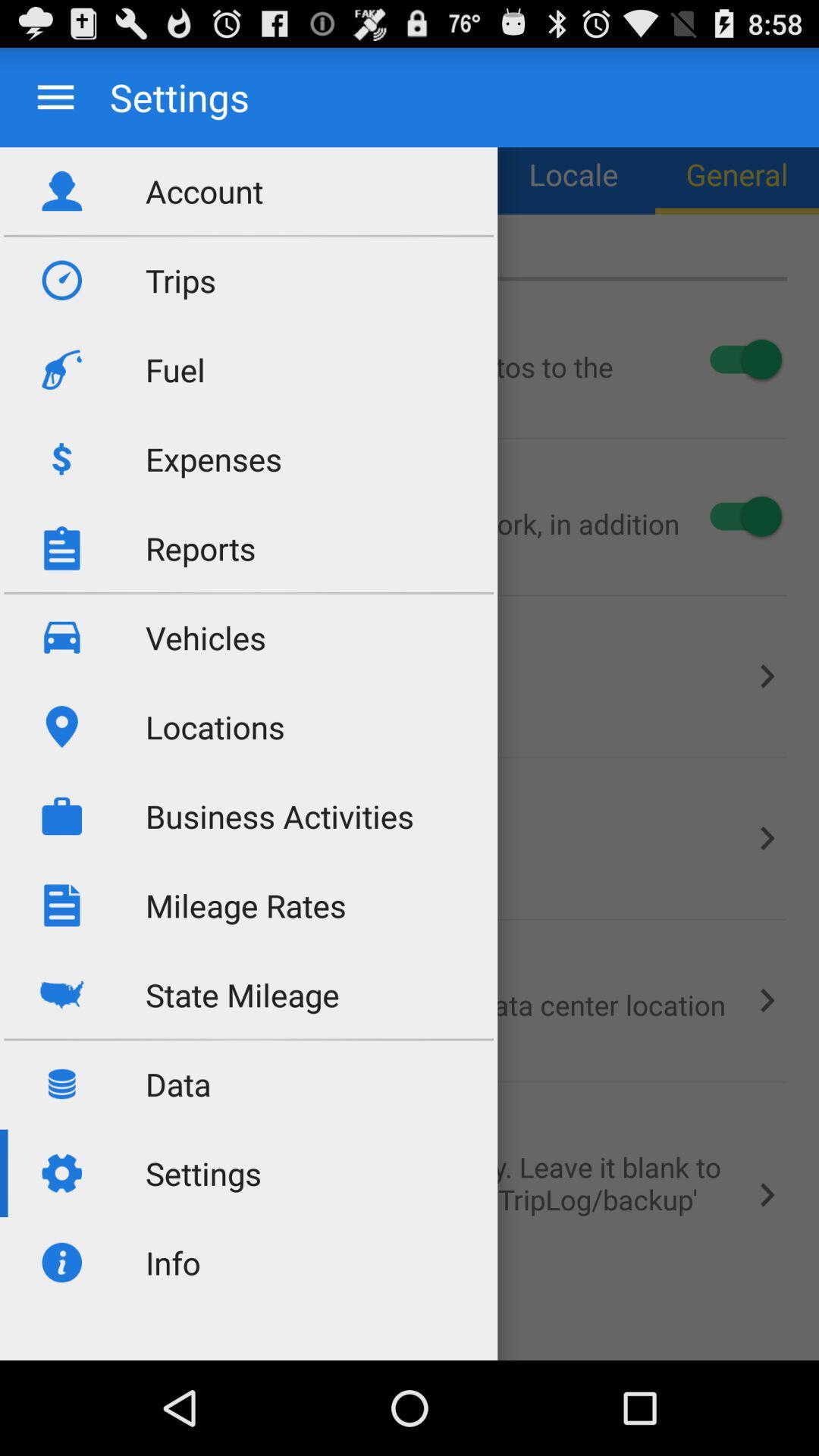  What do you see at coordinates (55, 103) in the screenshot?
I see `the menu icon` at bounding box center [55, 103].